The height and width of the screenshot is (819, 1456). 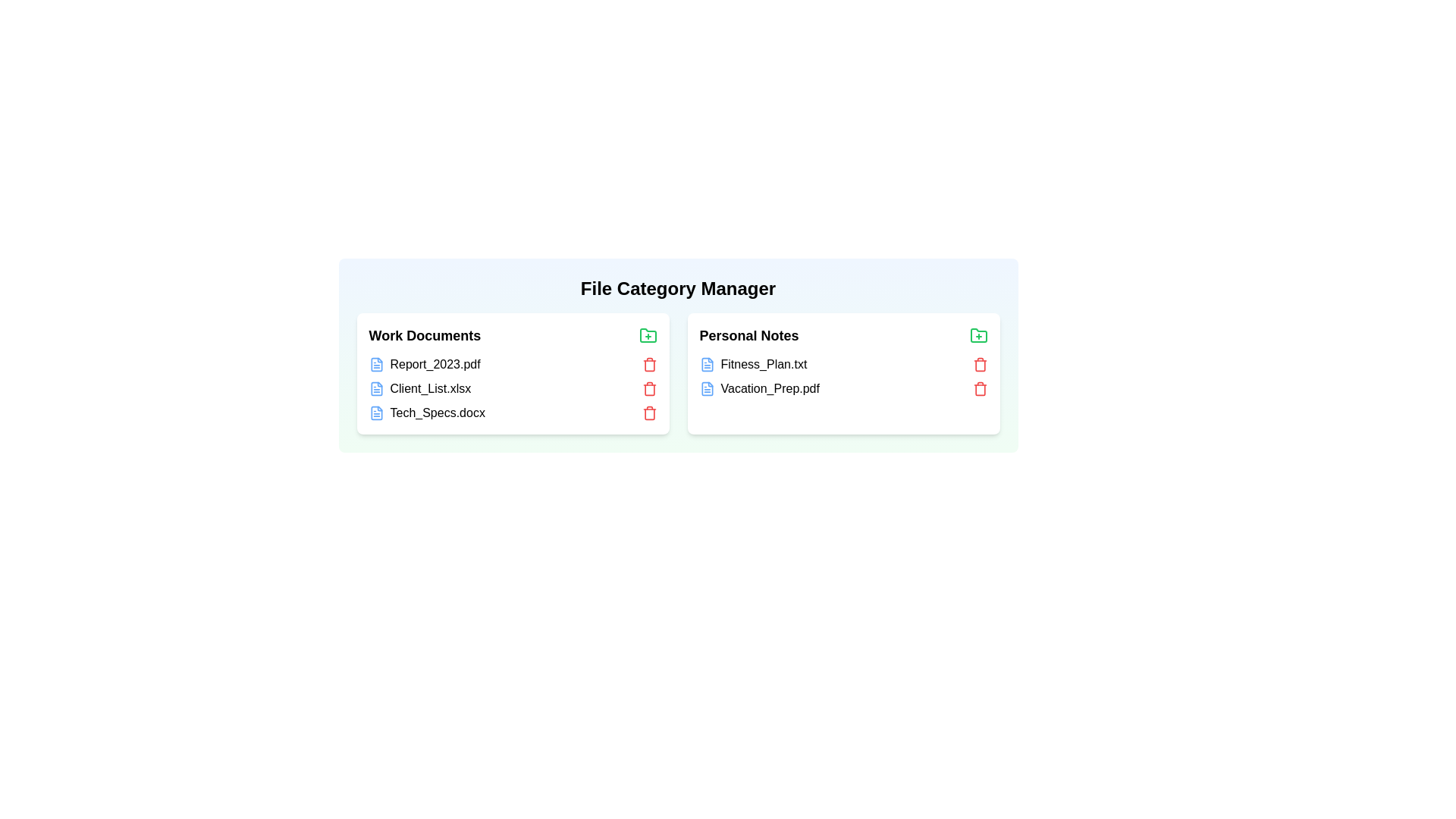 I want to click on the file named Client_List.xlsx in the category Work Documents, so click(x=425, y=388).